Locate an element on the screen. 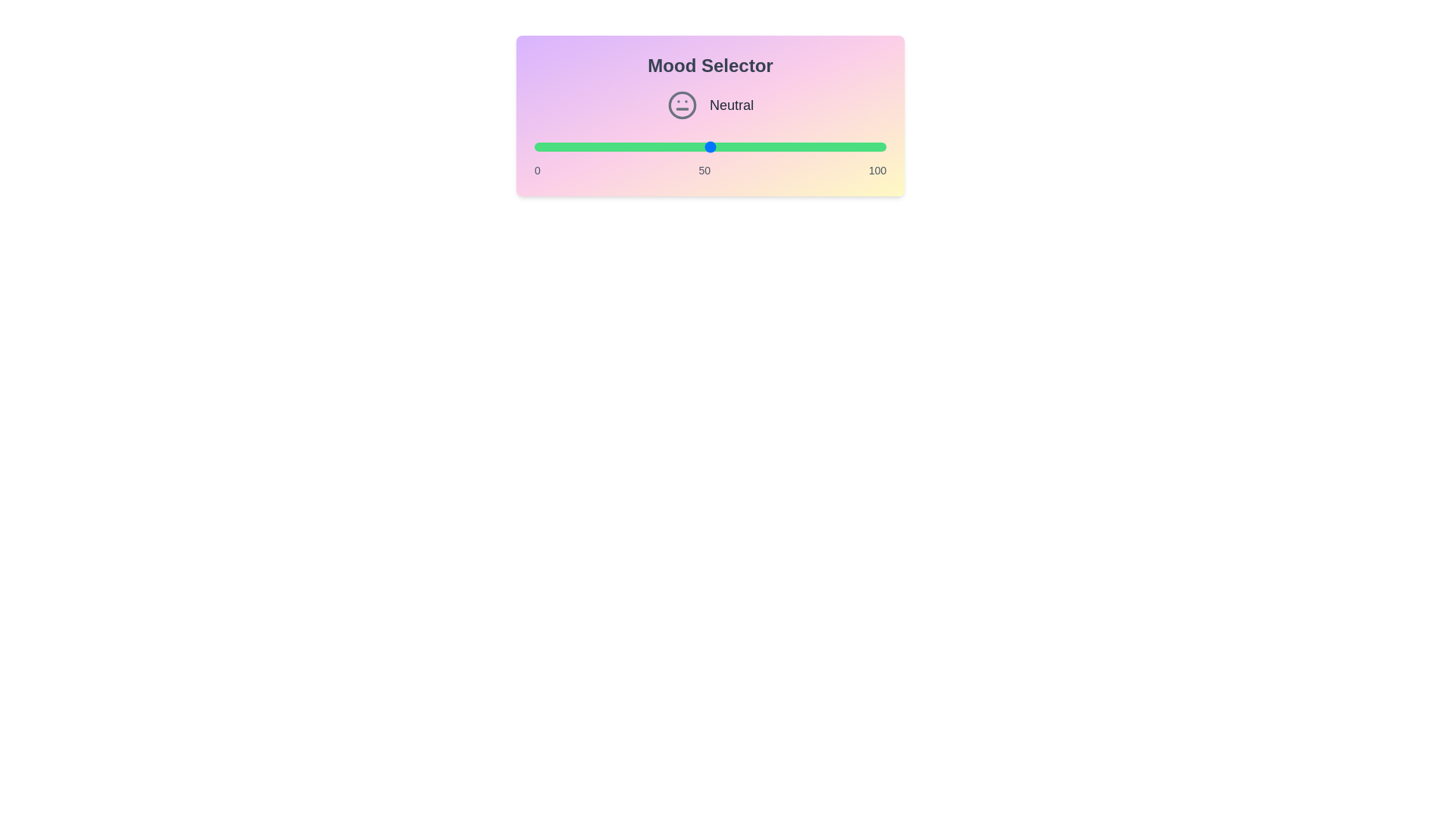 The width and height of the screenshot is (1456, 819). the mood value to 3 by adjusting the slider is located at coordinates (544, 146).